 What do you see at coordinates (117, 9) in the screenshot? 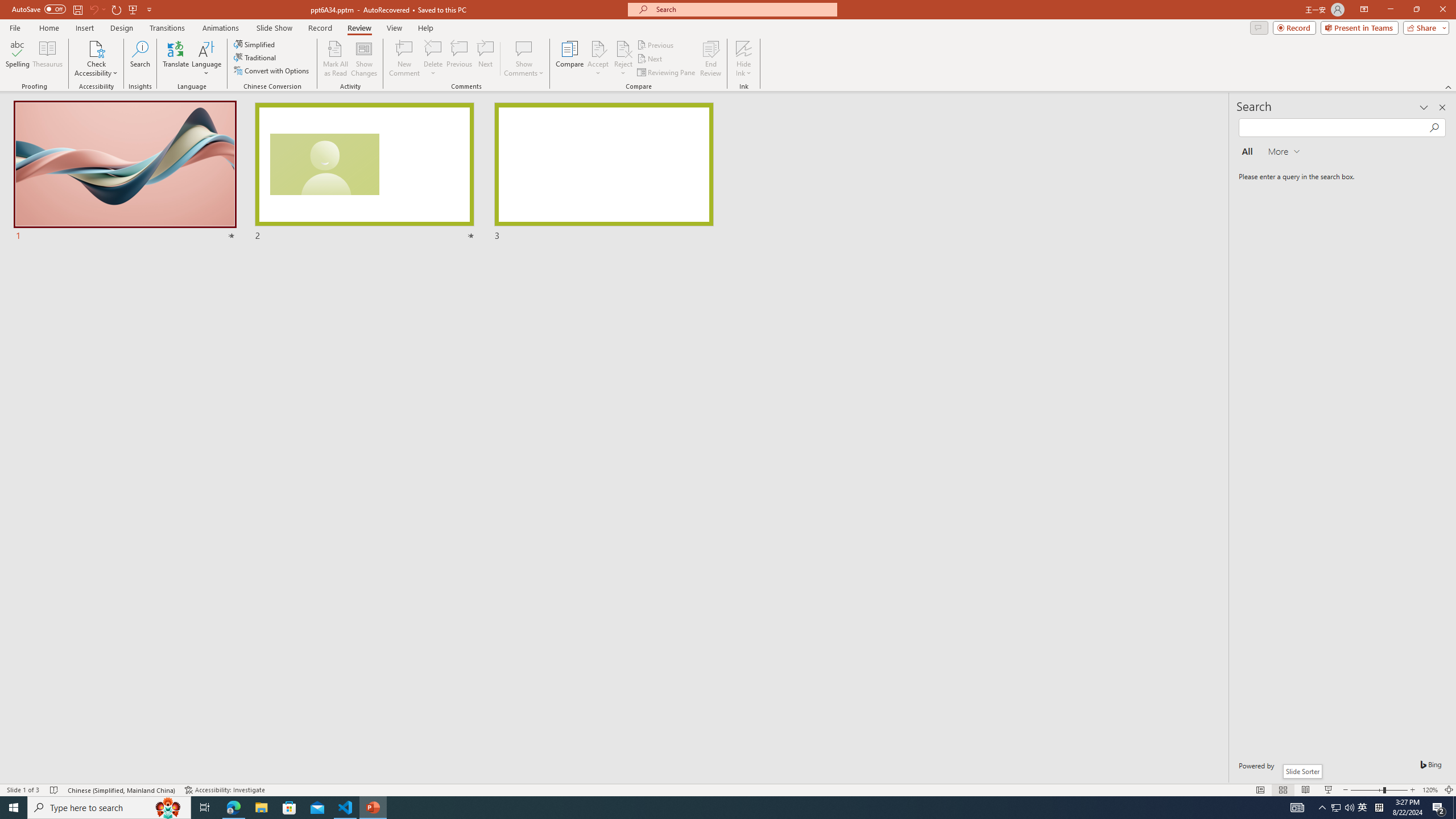
I see `'Redo'` at bounding box center [117, 9].